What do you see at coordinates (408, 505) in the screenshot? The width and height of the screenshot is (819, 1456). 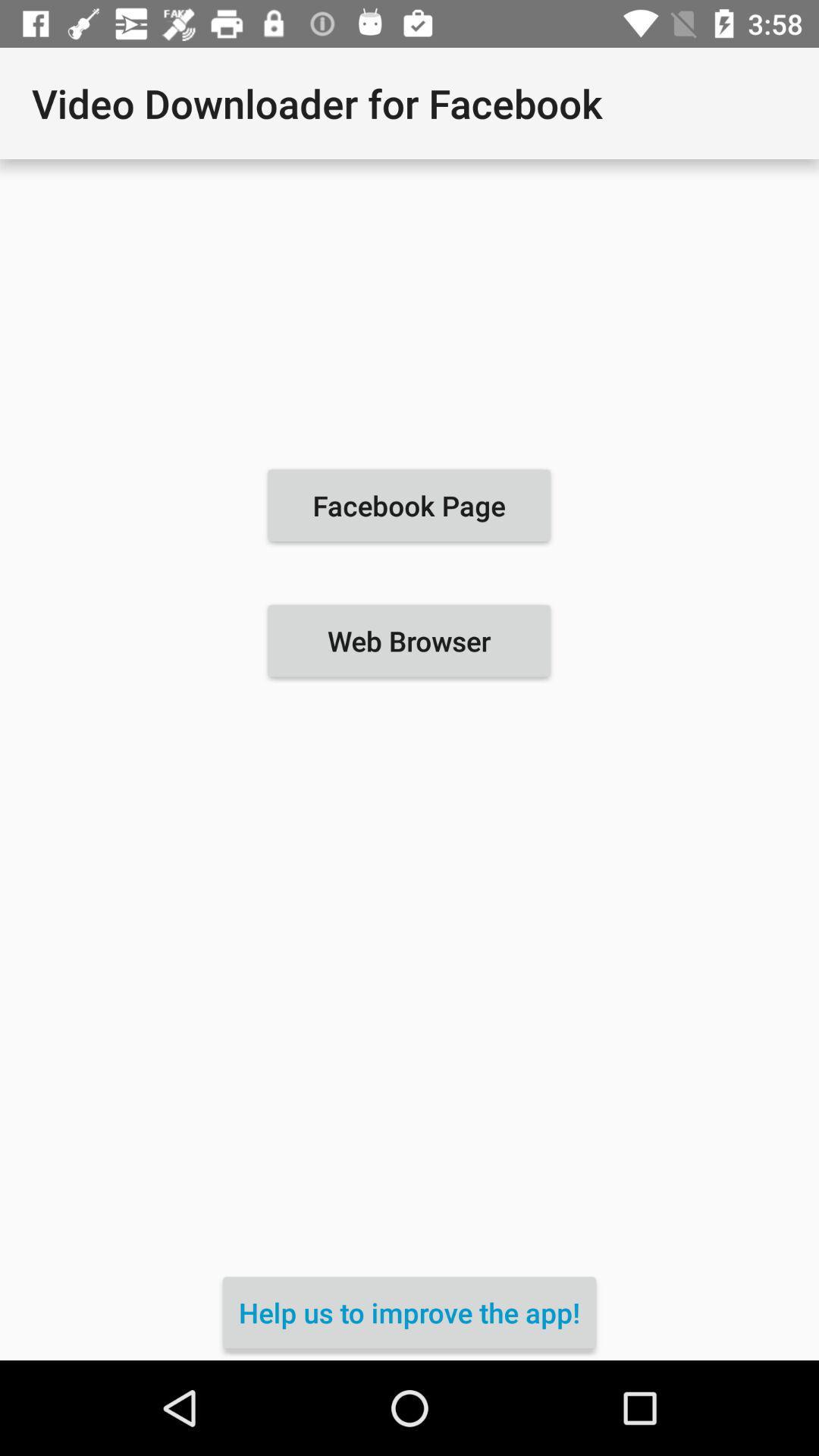 I see `icon above the web browser icon` at bounding box center [408, 505].